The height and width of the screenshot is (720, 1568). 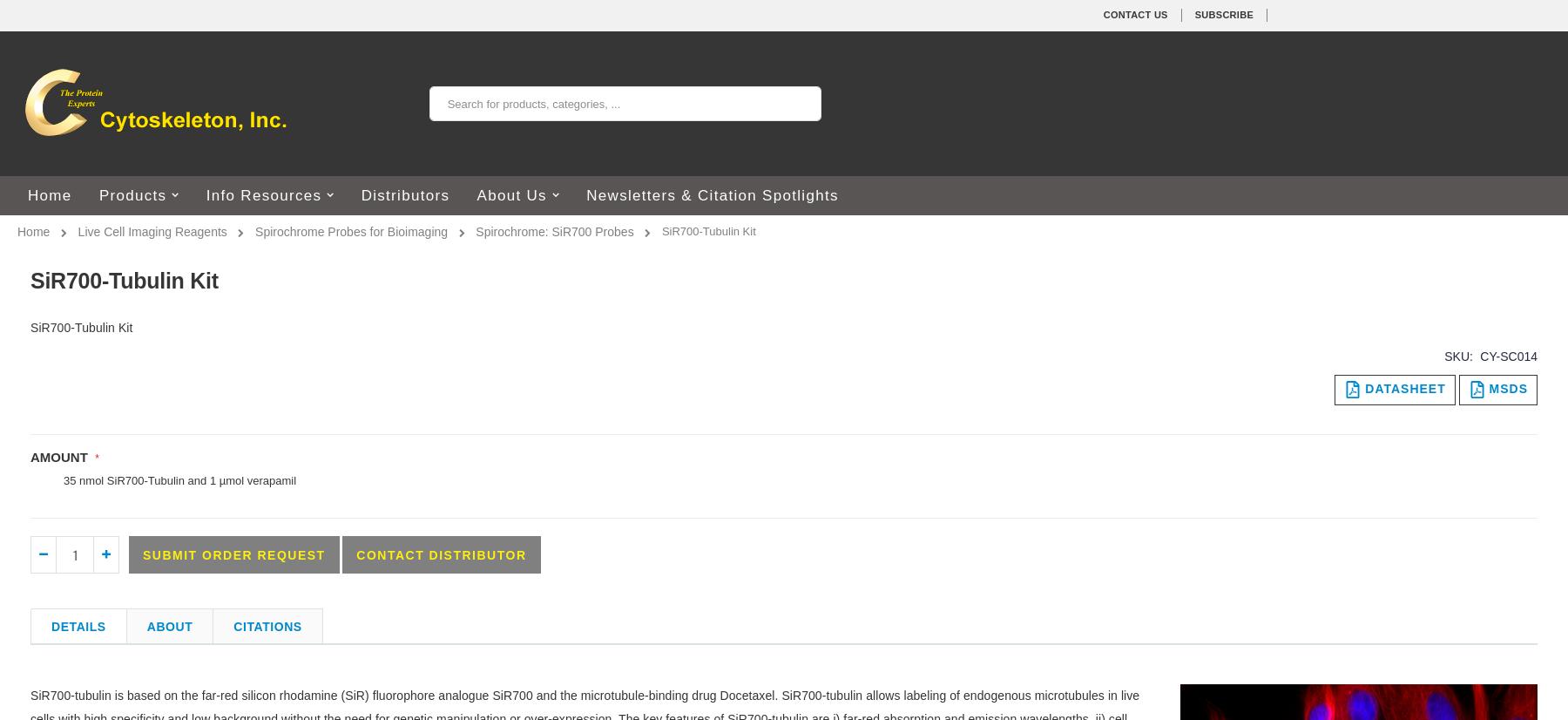 What do you see at coordinates (1223, 15) in the screenshot?
I see `'Subscribe'` at bounding box center [1223, 15].